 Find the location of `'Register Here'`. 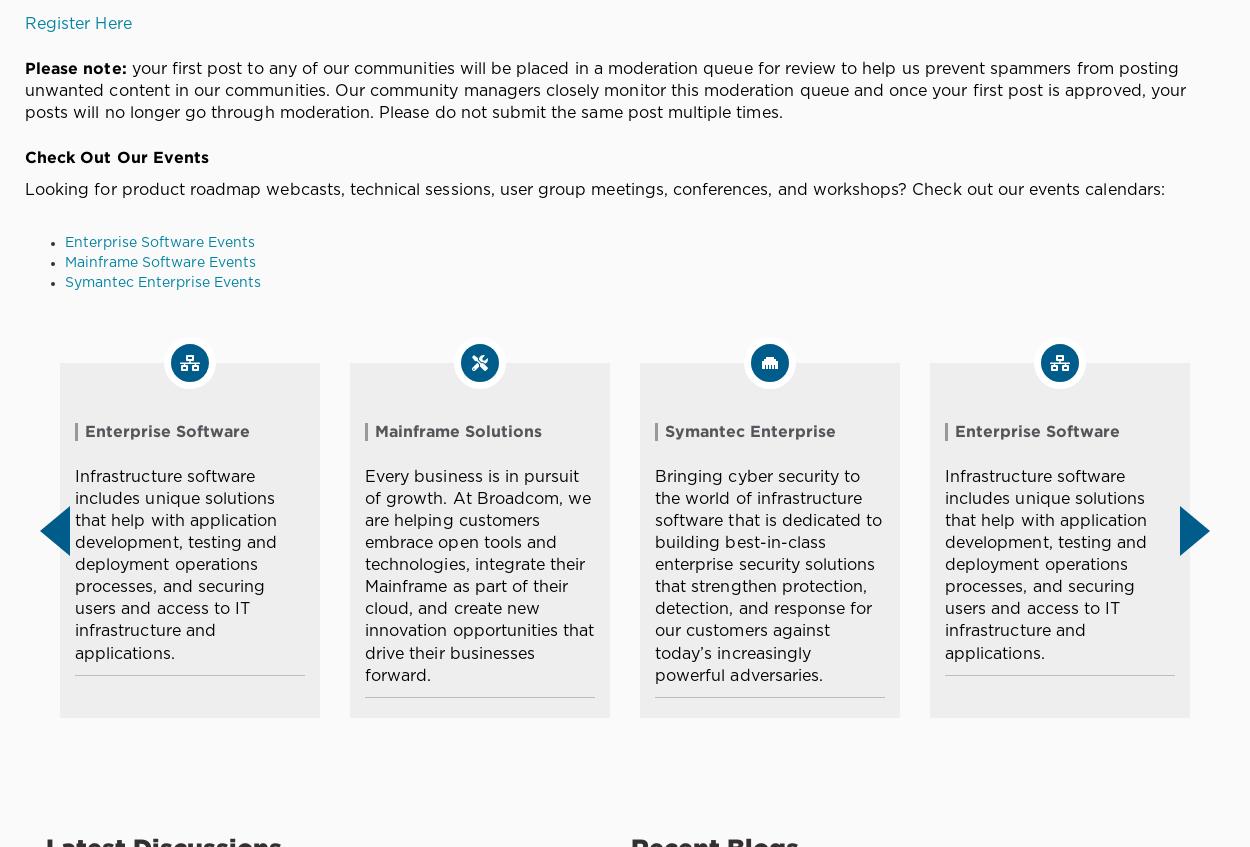

'Register Here' is located at coordinates (77, 22).